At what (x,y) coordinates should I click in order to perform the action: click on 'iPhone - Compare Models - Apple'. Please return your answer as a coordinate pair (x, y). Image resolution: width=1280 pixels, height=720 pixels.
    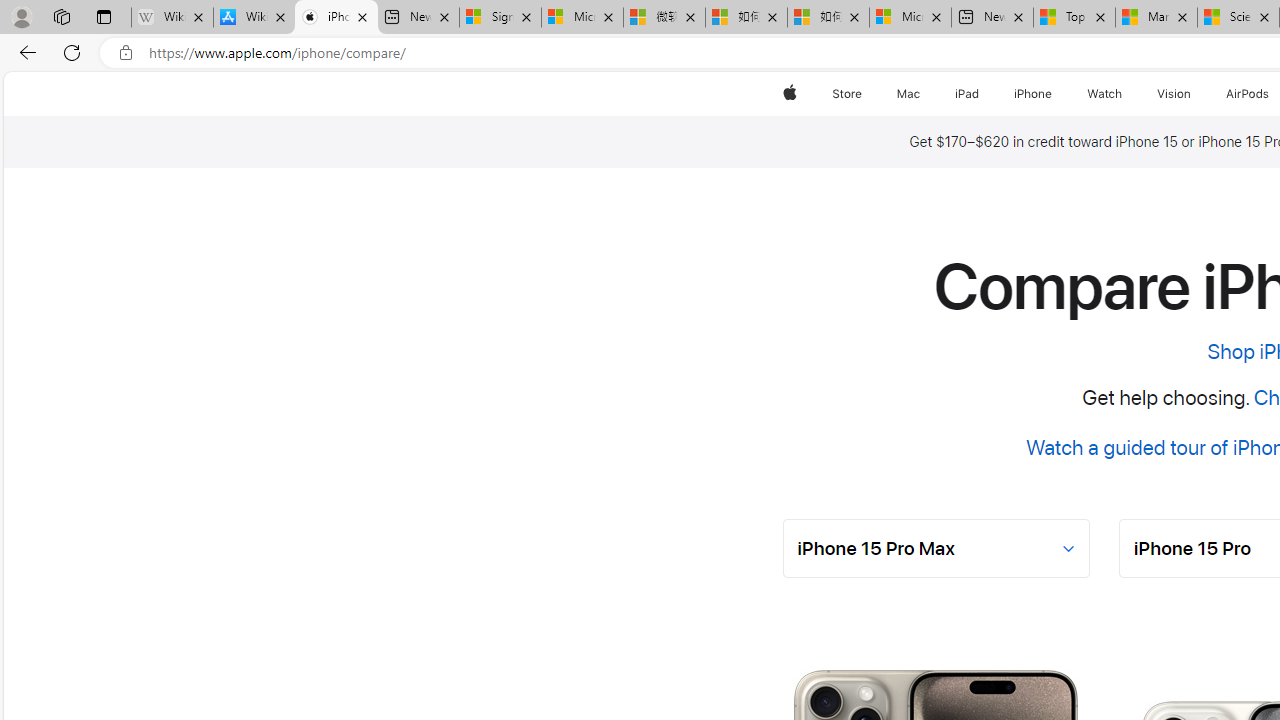
    Looking at the image, I should click on (336, 17).